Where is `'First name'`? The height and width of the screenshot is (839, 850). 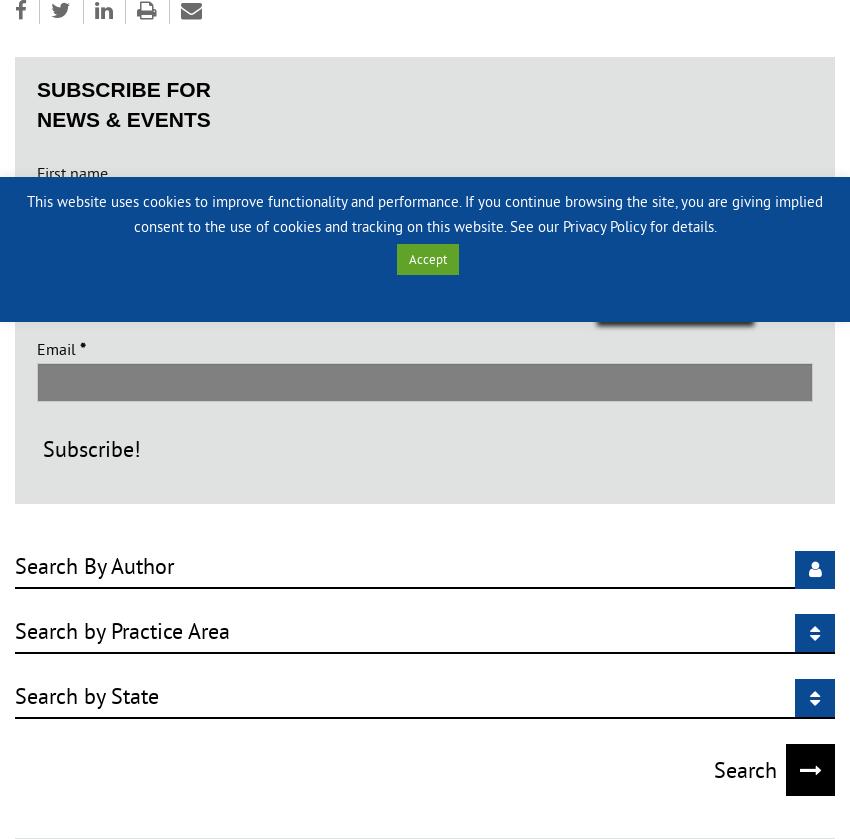 'First name' is located at coordinates (72, 171).